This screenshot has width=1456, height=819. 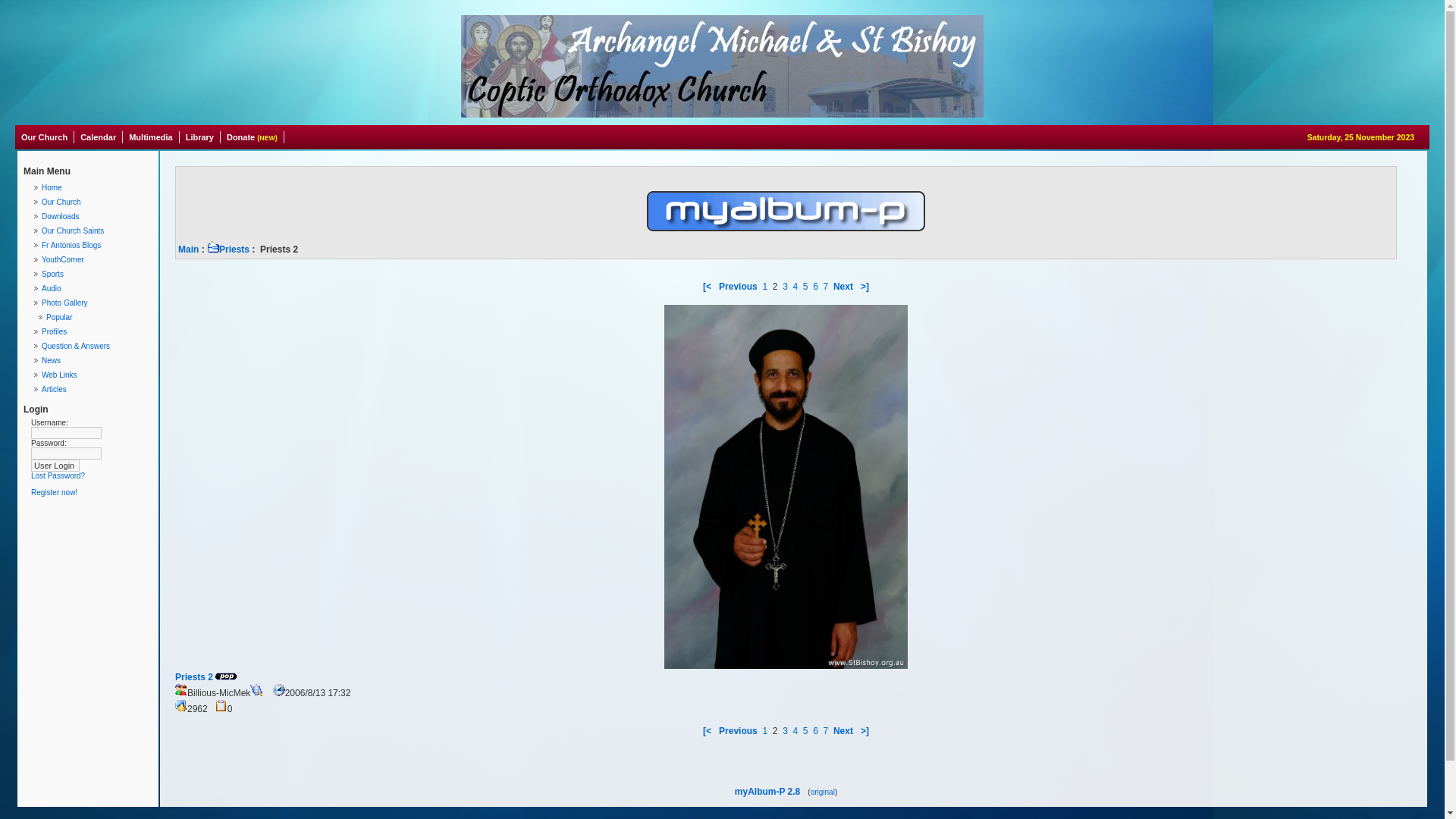 What do you see at coordinates (90, 316) in the screenshot?
I see `'Popular'` at bounding box center [90, 316].